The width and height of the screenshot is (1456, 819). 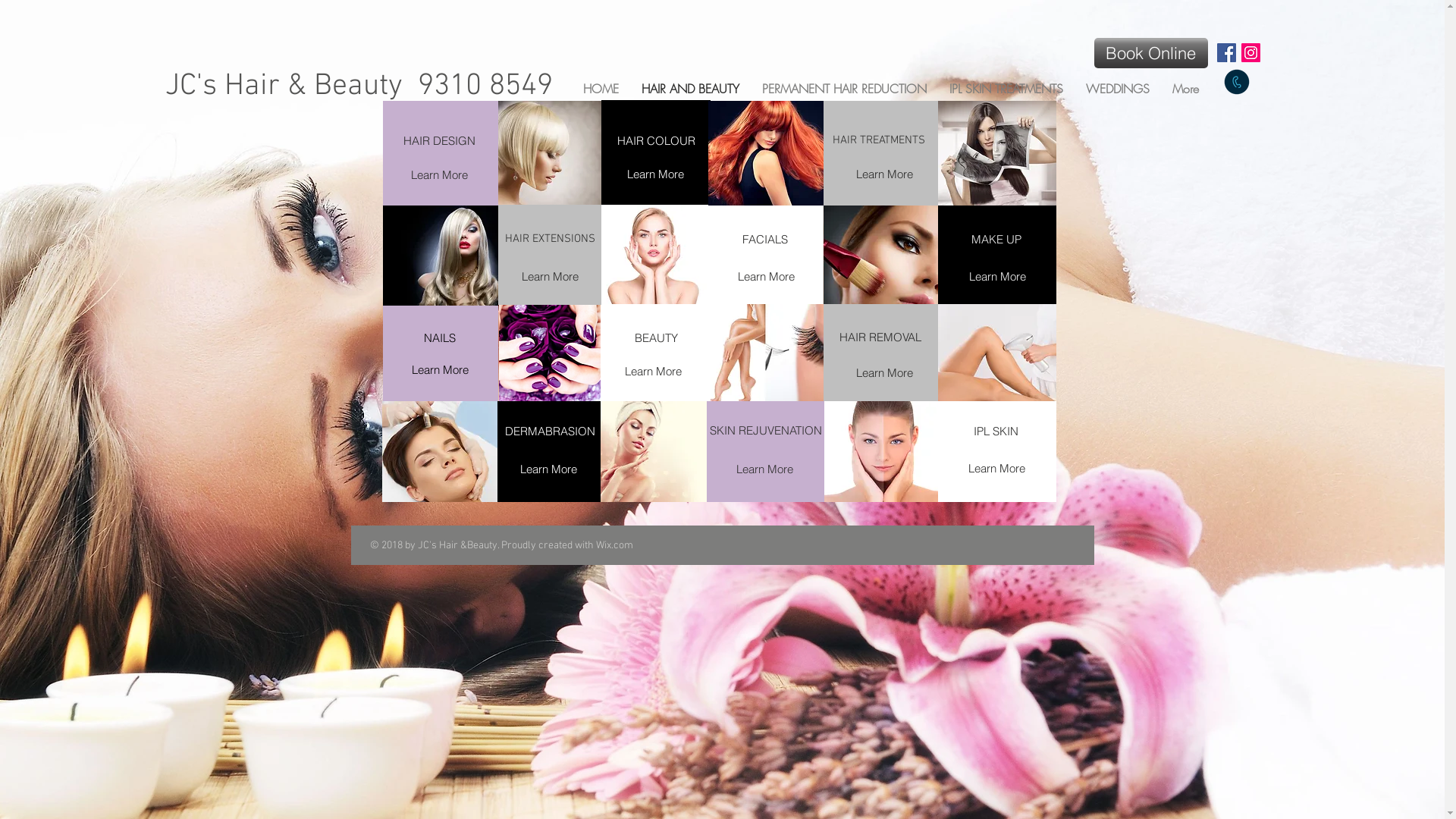 What do you see at coordinates (1005, 87) in the screenshot?
I see `'IPL SKIN TREATMENTS'` at bounding box center [1005, 87].